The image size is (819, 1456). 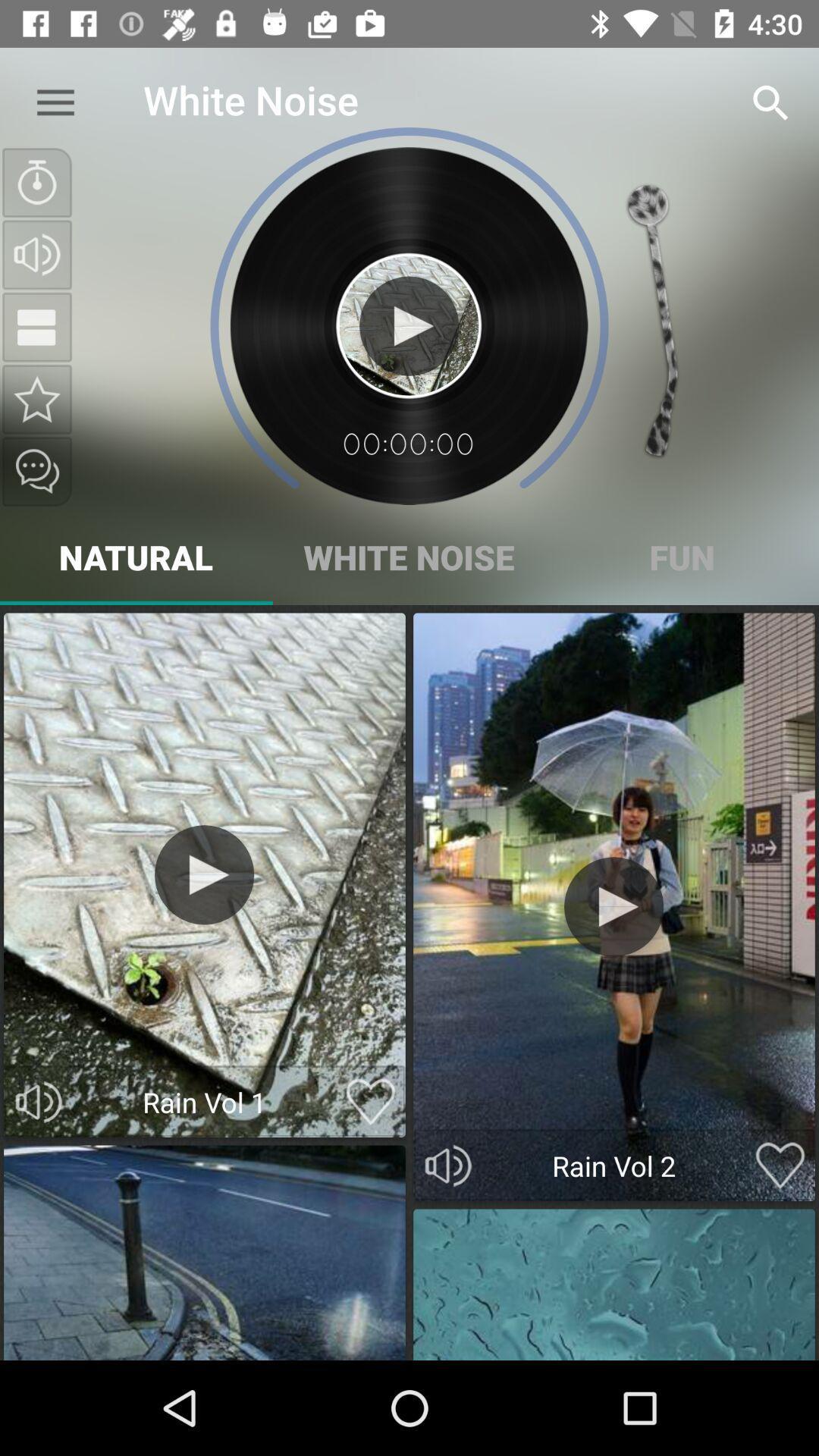 I want to click on the chat icon, so click(x=36, y=471).